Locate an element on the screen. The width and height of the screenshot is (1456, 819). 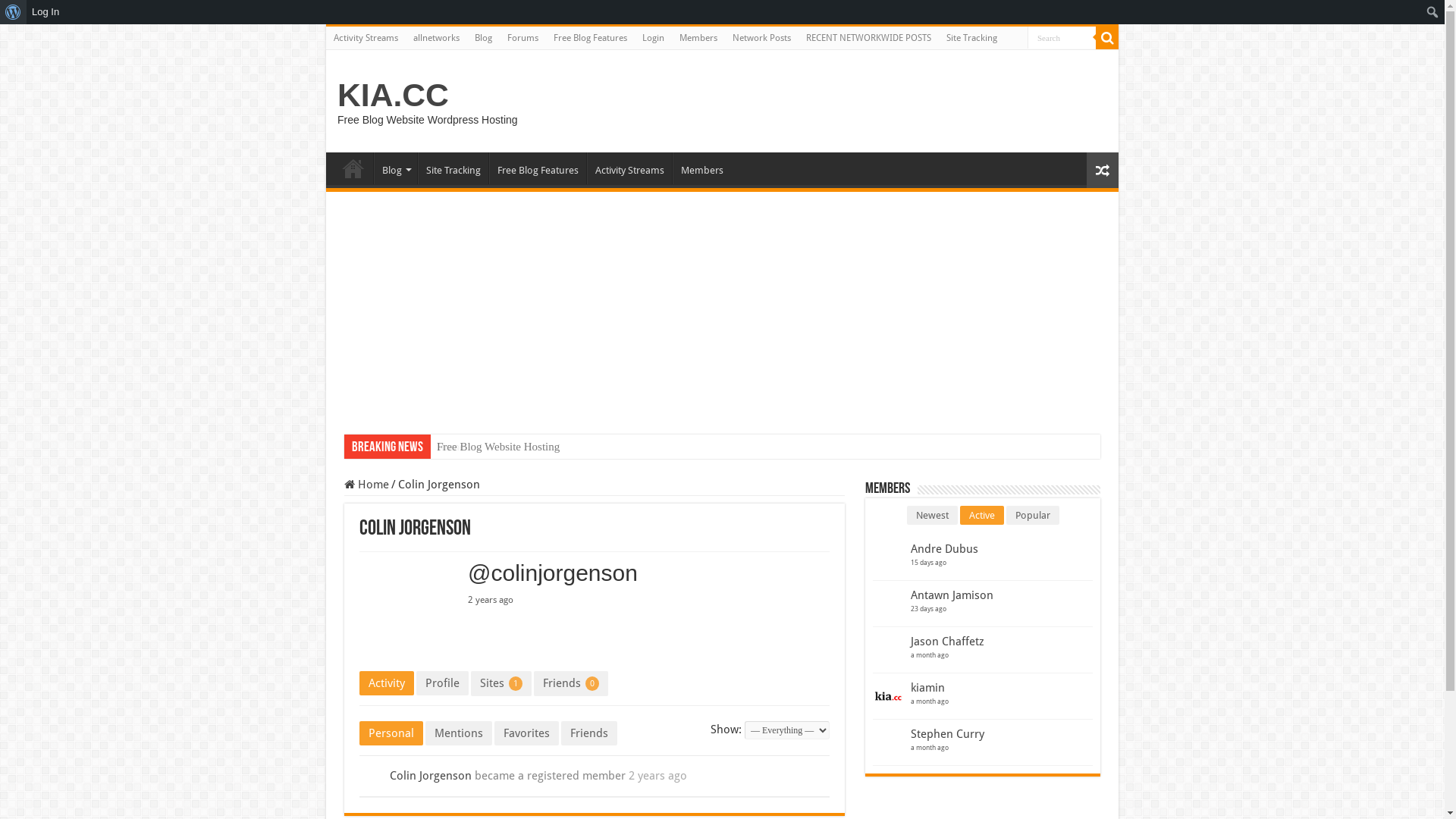
'Free Blog Website Hosting' is located at coordinates (498, 446).